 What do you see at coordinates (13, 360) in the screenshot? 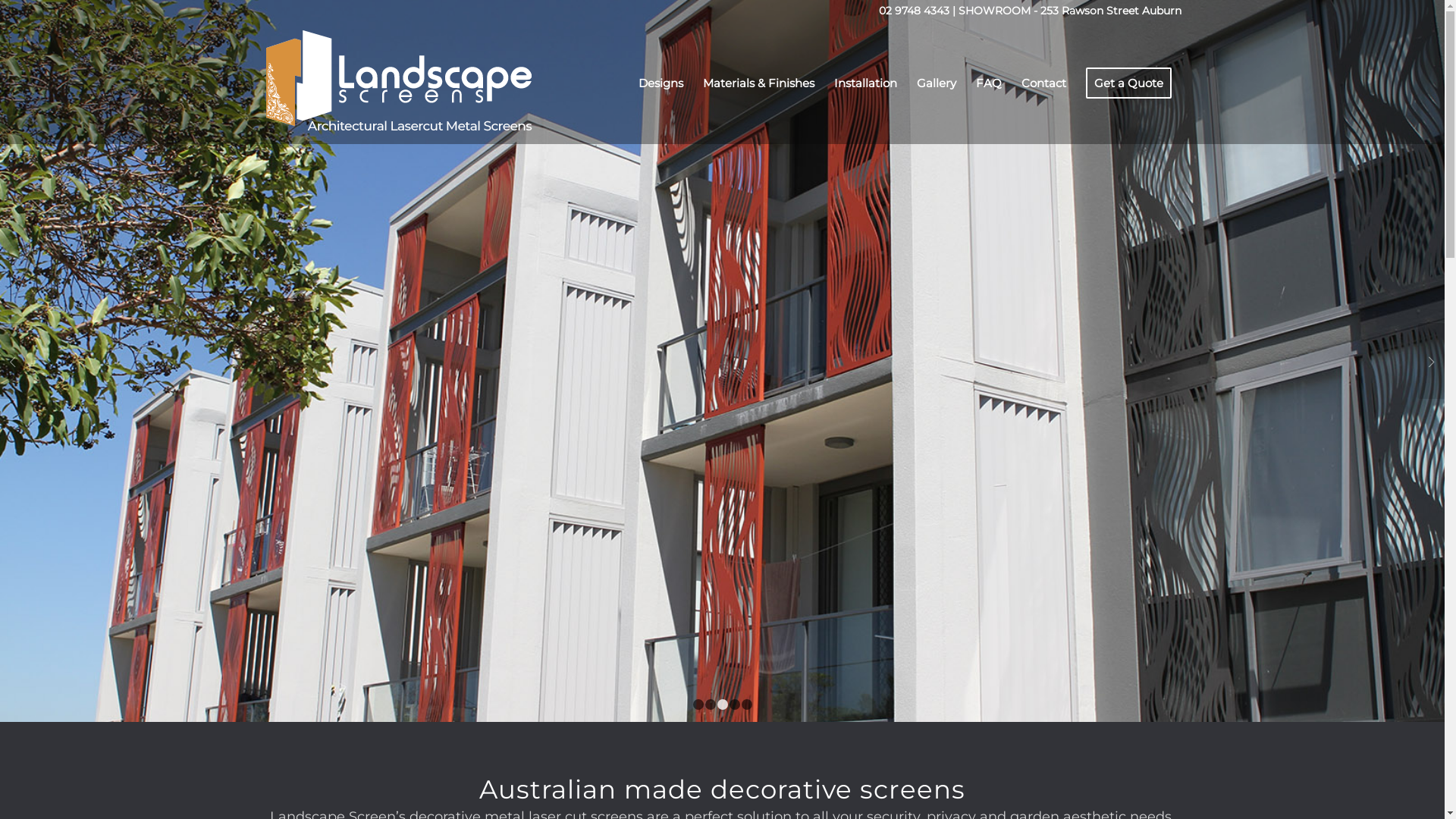
I see `'Previous'` at bounding box center [13, 360].